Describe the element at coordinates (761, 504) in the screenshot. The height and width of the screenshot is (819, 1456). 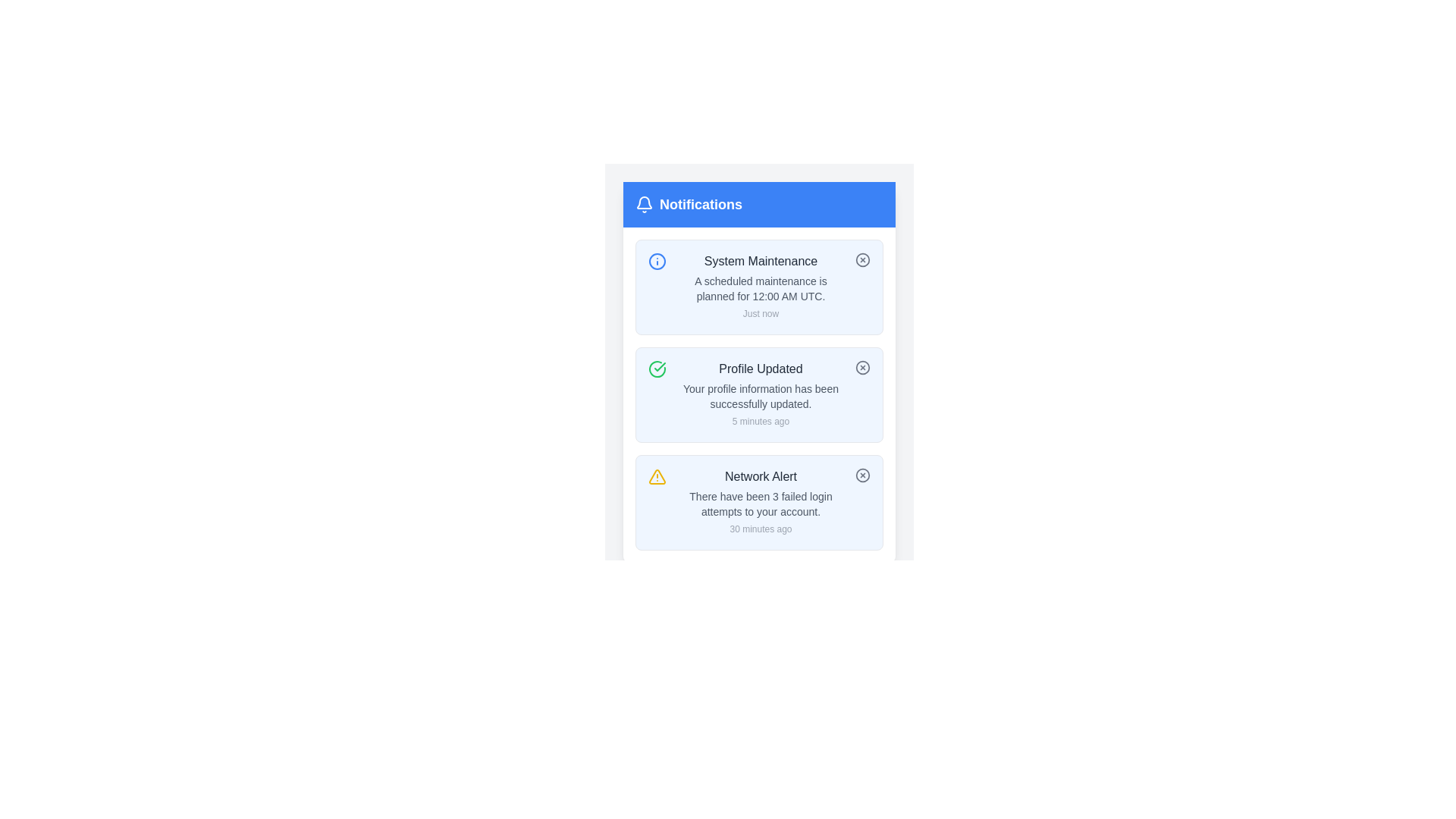
I see `the alert message notifying users of failed login attempts, located within the 'Network Alert' notification card, positioned below the title 'Network Alert'` at that location.